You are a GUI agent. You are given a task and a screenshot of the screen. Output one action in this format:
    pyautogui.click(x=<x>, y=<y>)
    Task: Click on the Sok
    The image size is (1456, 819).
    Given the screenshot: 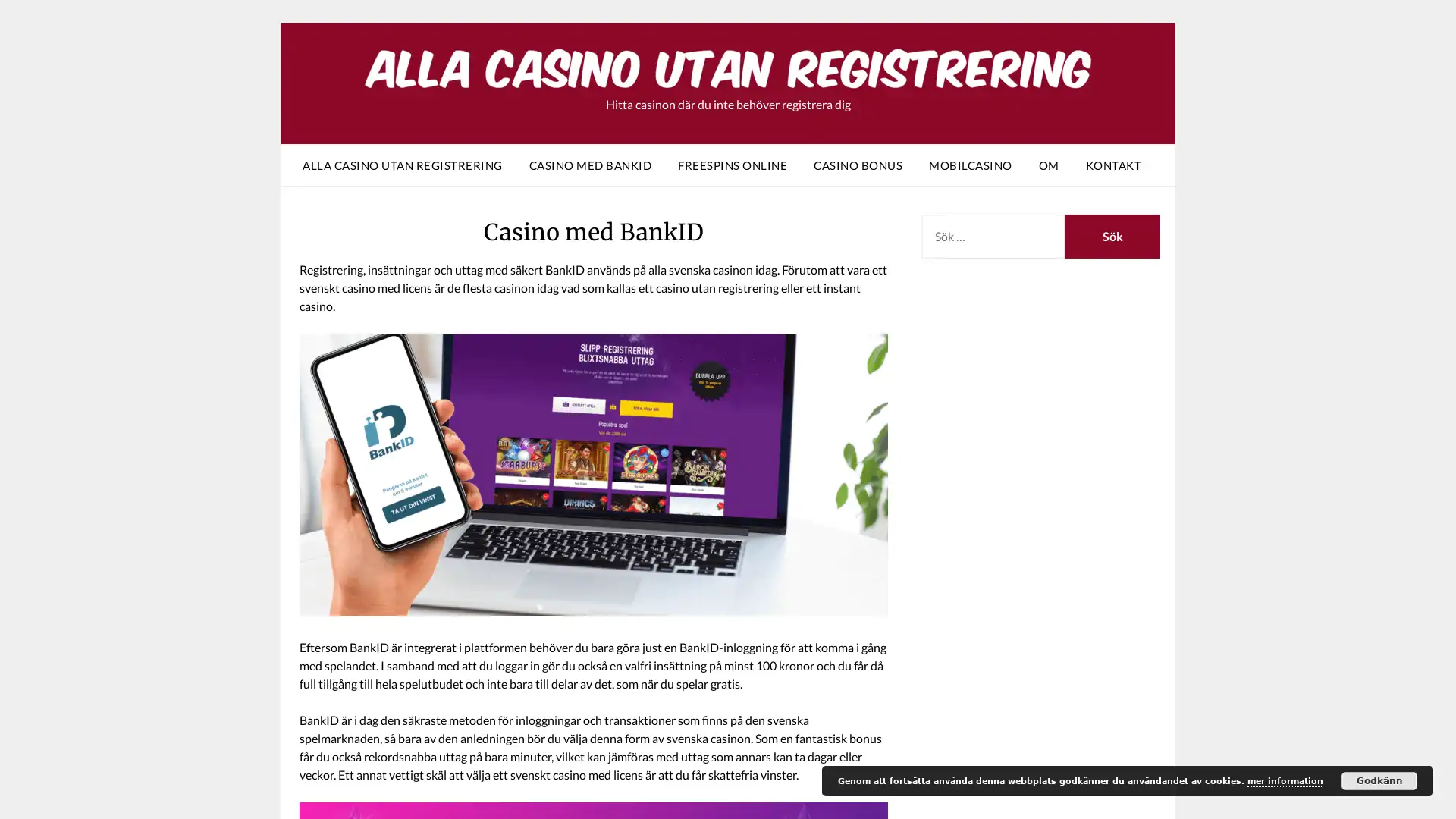 What is the action you would take?
    pyautogui.click(x=1112, y=237)
    